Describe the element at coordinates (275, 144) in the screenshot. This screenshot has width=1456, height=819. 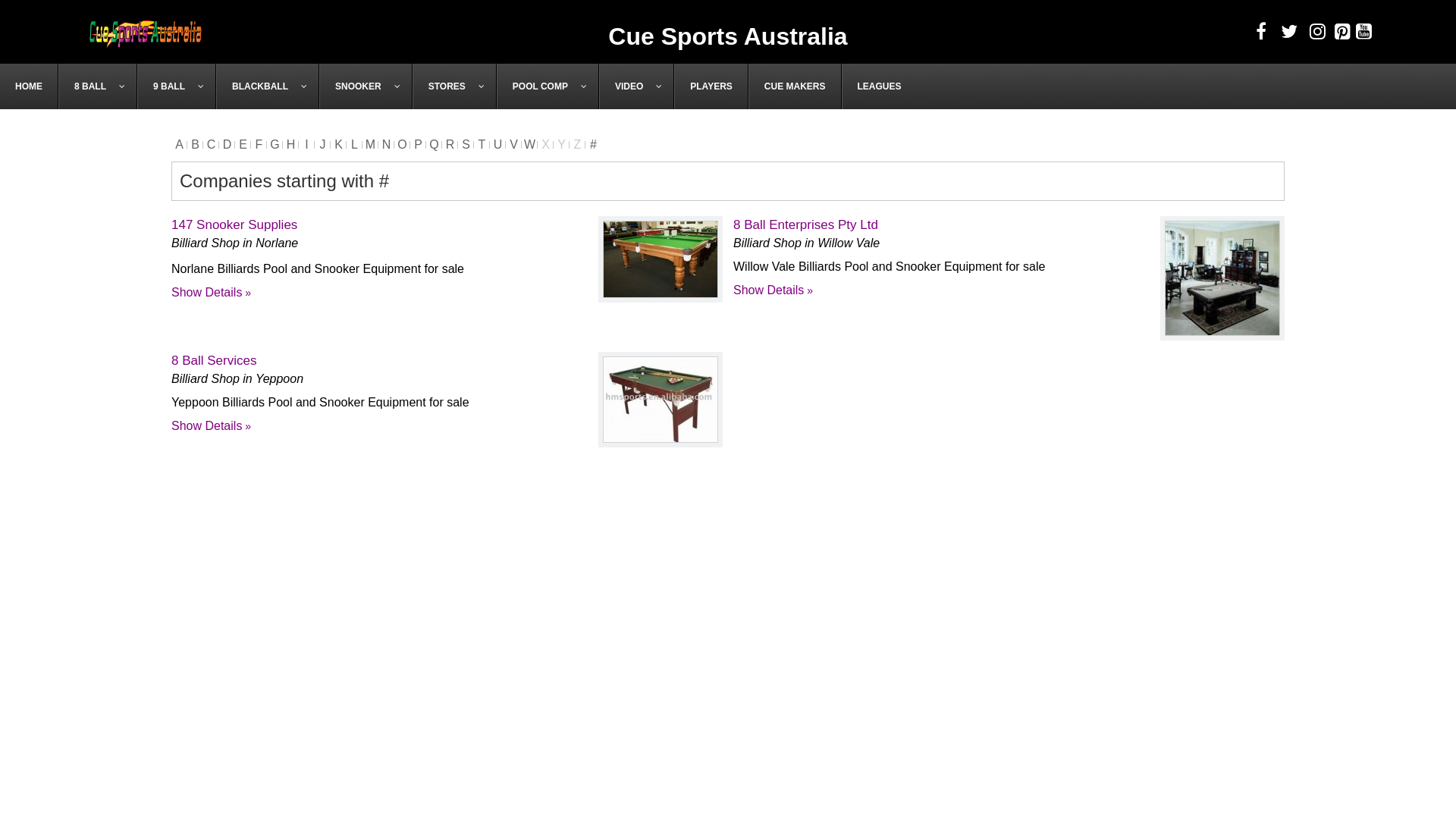
I see `'G'` at that location.